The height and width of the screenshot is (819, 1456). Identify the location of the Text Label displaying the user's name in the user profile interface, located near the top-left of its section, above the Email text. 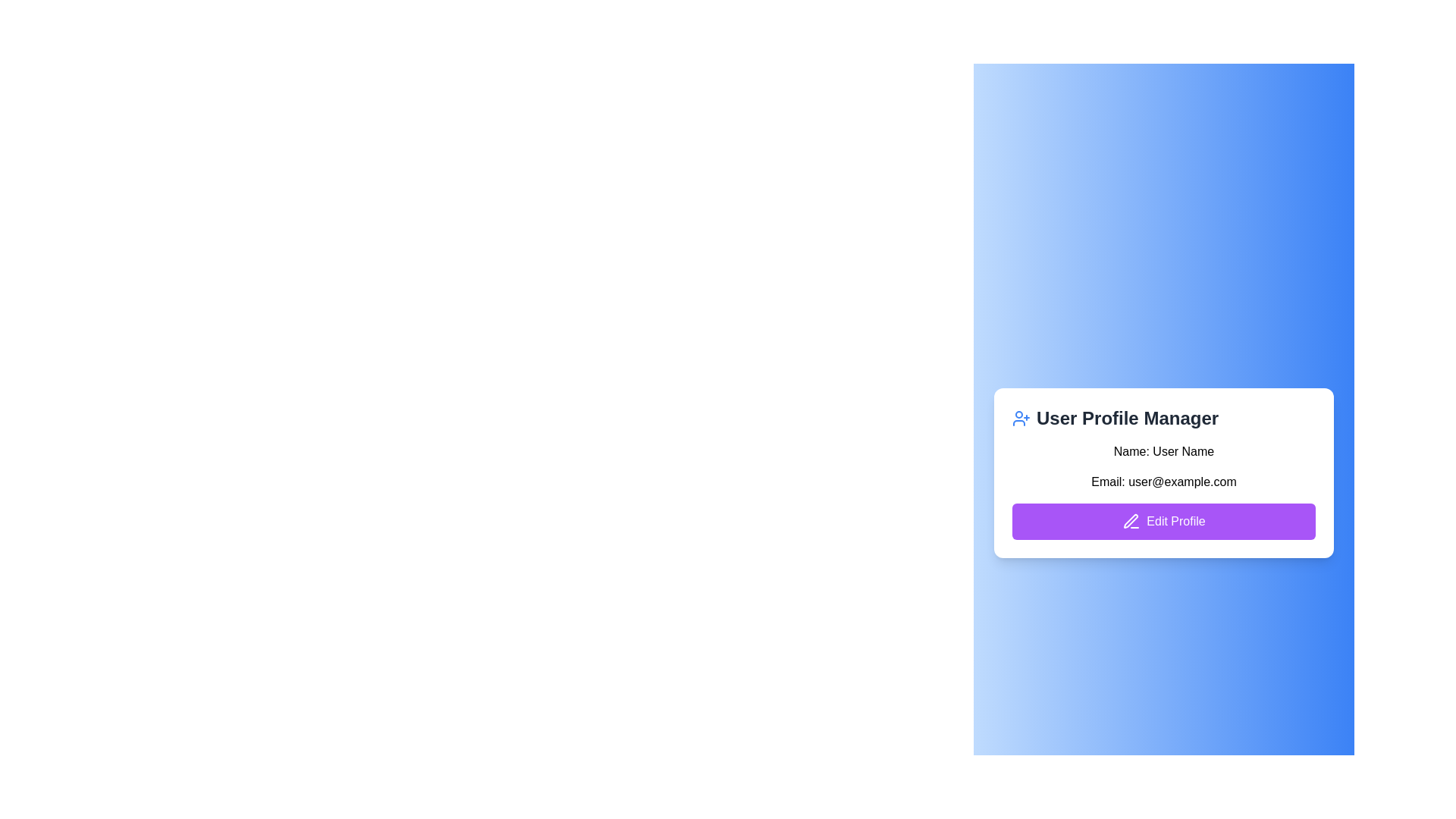
(1163, 451).